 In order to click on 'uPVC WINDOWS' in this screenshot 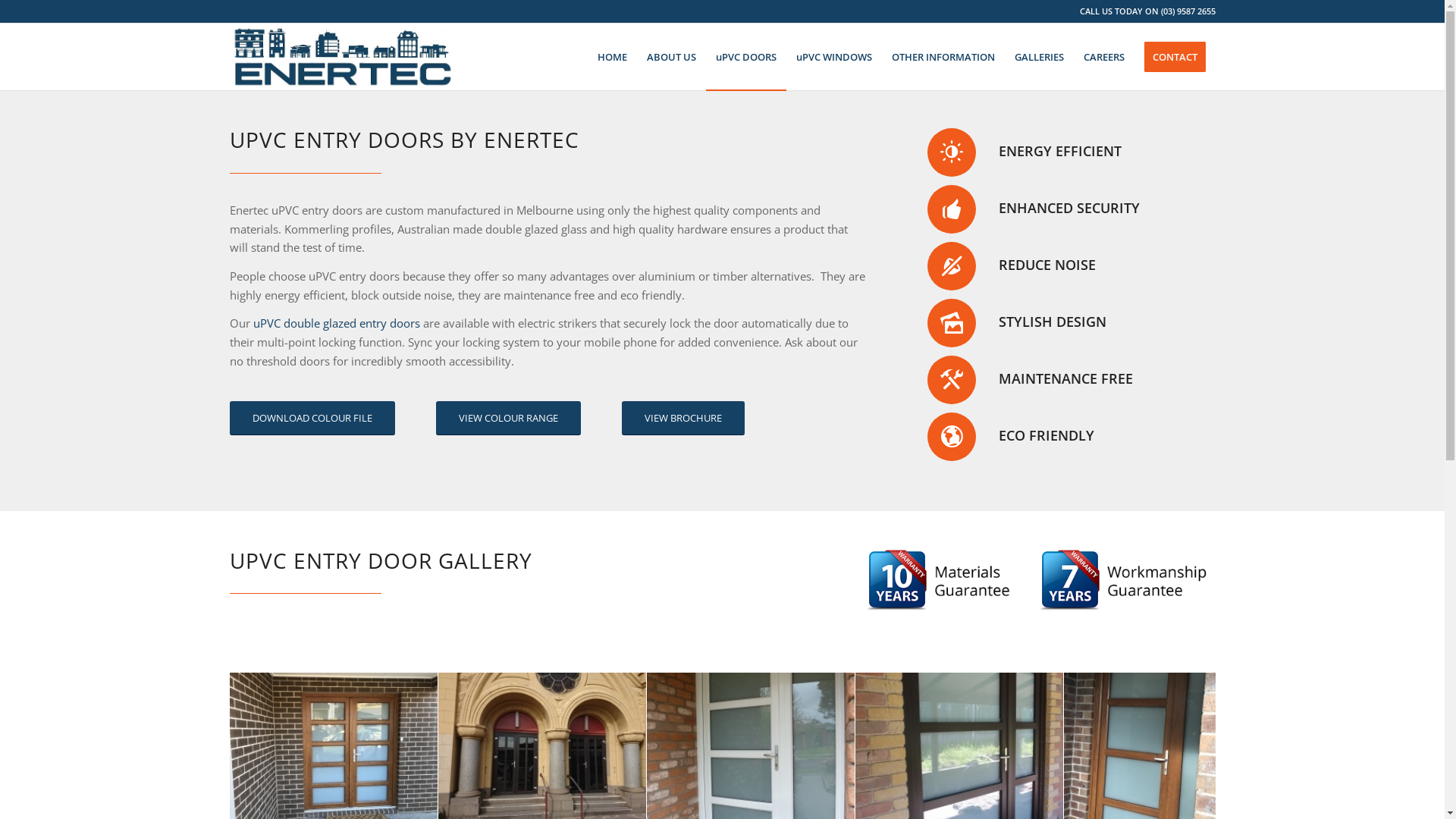, I will do `click(786, 55)`.